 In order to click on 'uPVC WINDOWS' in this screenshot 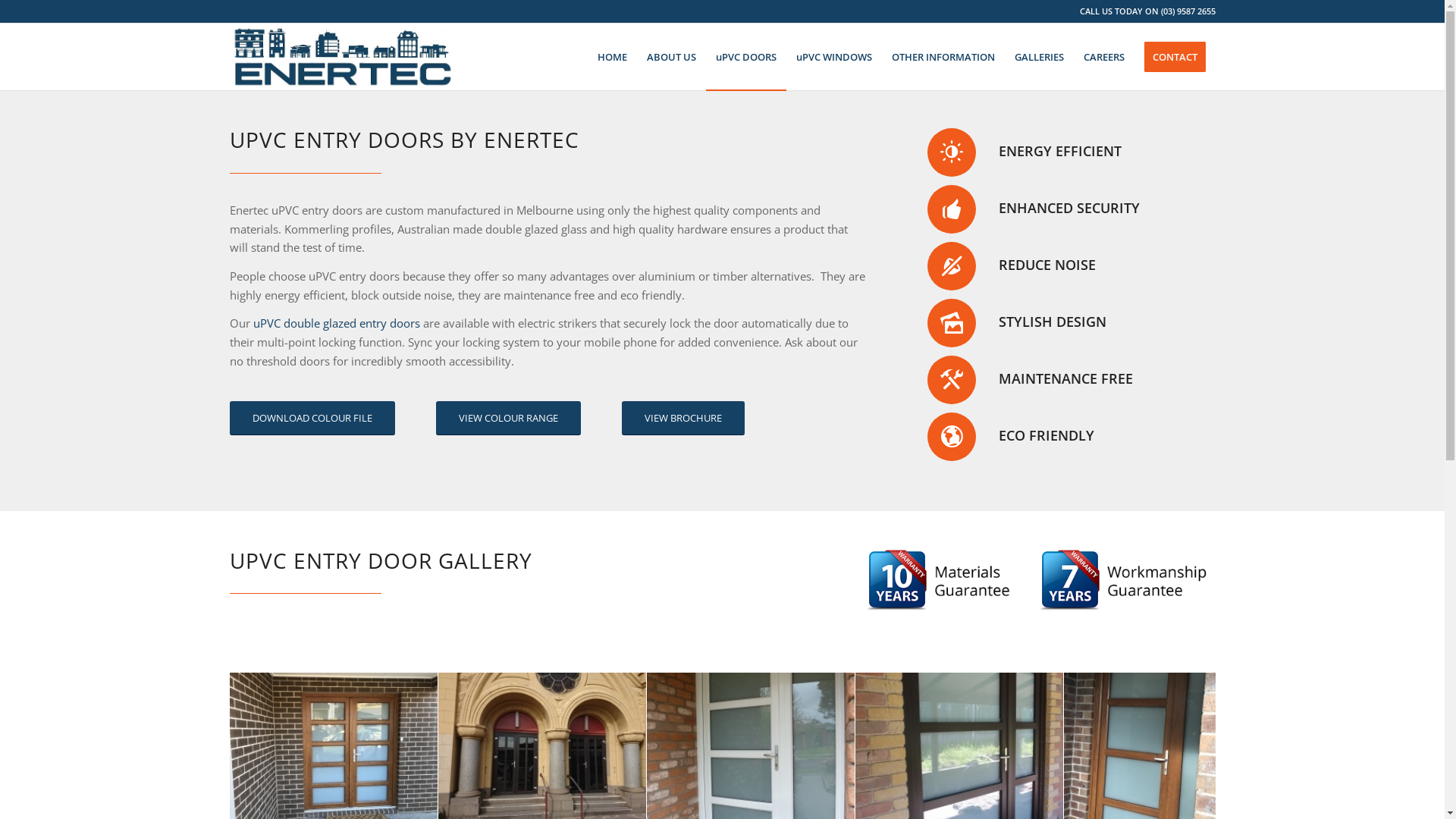, I will do `click(786, 55)`.